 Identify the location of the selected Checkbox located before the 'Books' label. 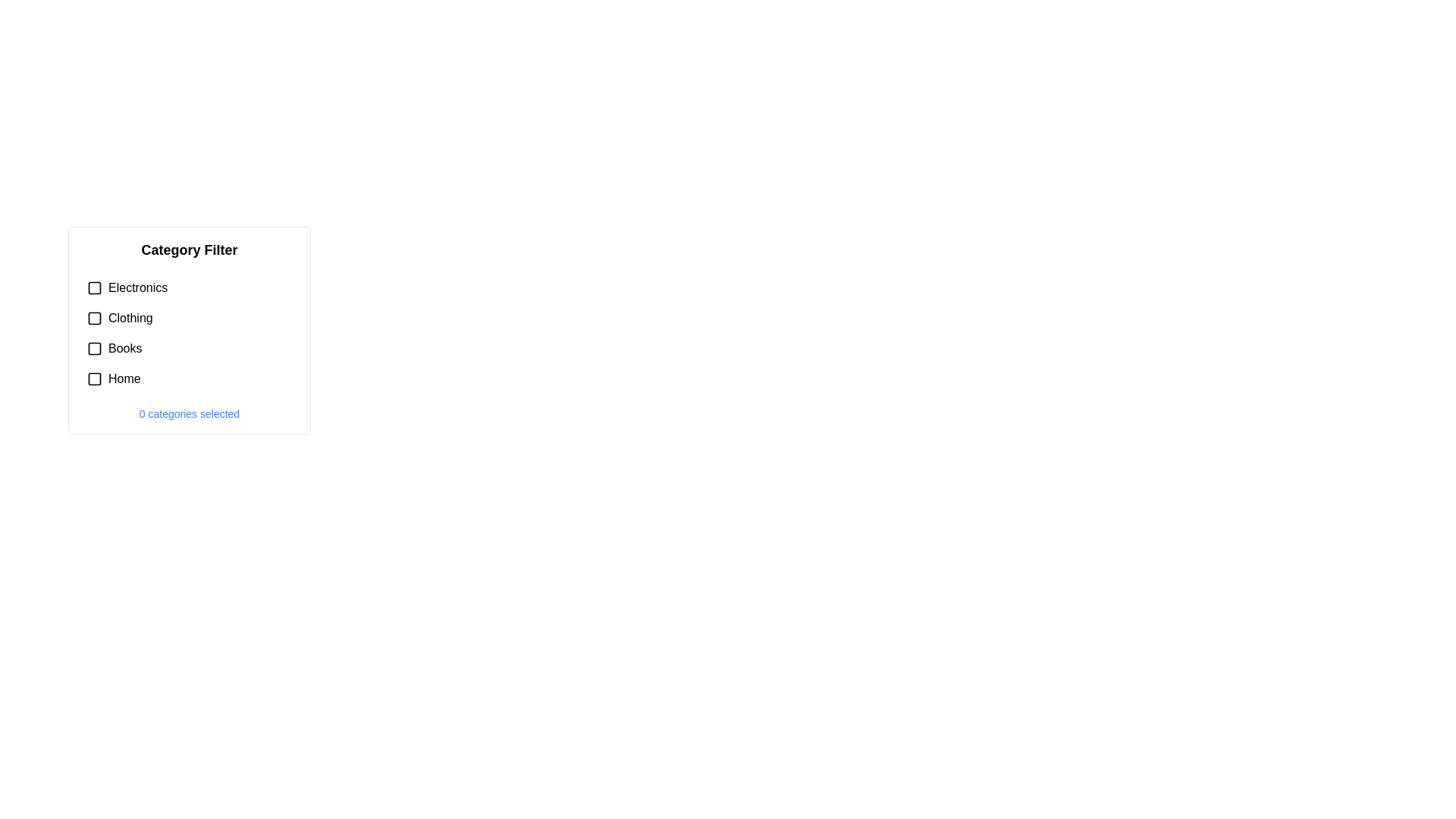
(93, 348).